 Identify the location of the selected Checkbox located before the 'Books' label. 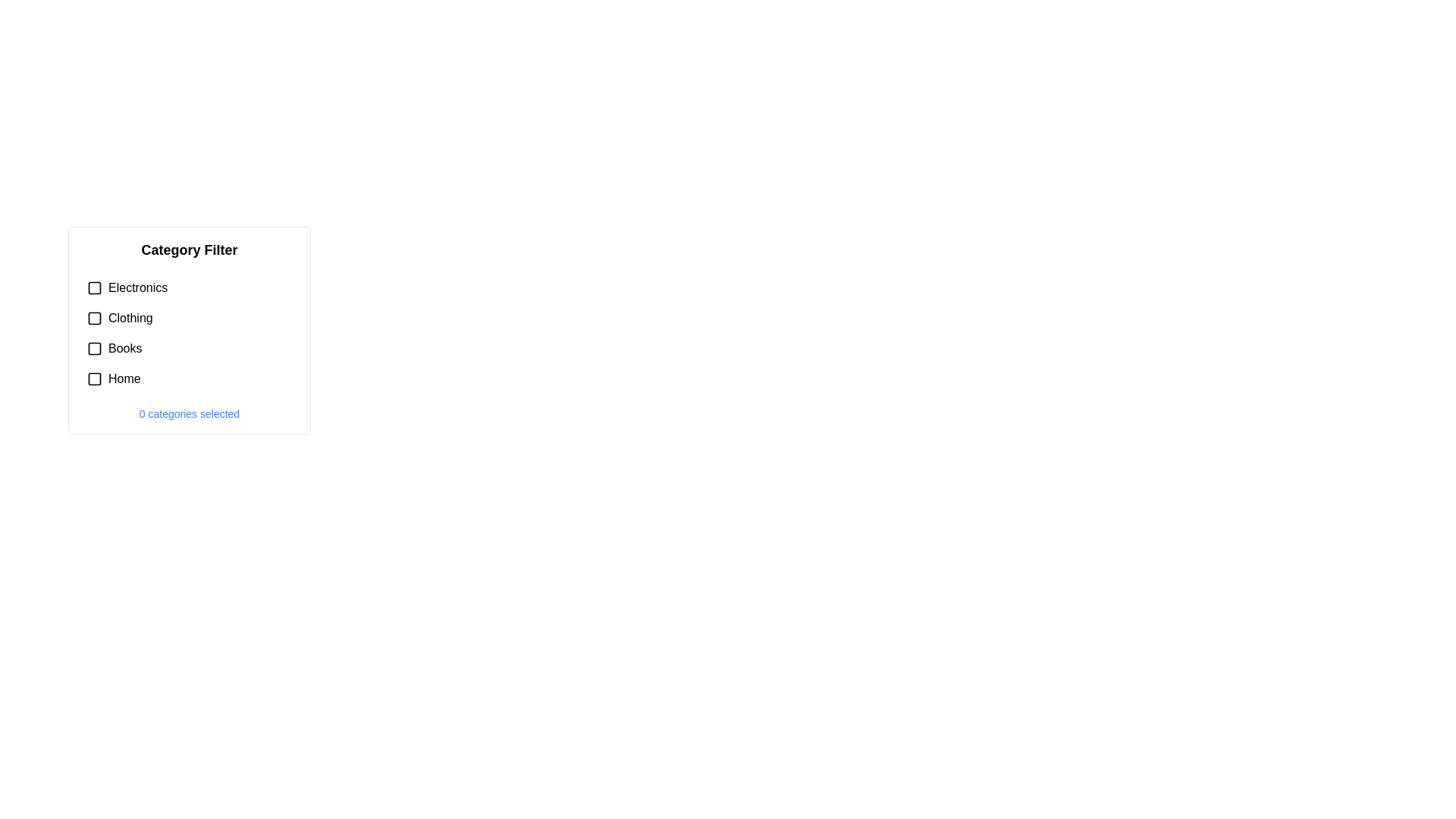
(93, 348).